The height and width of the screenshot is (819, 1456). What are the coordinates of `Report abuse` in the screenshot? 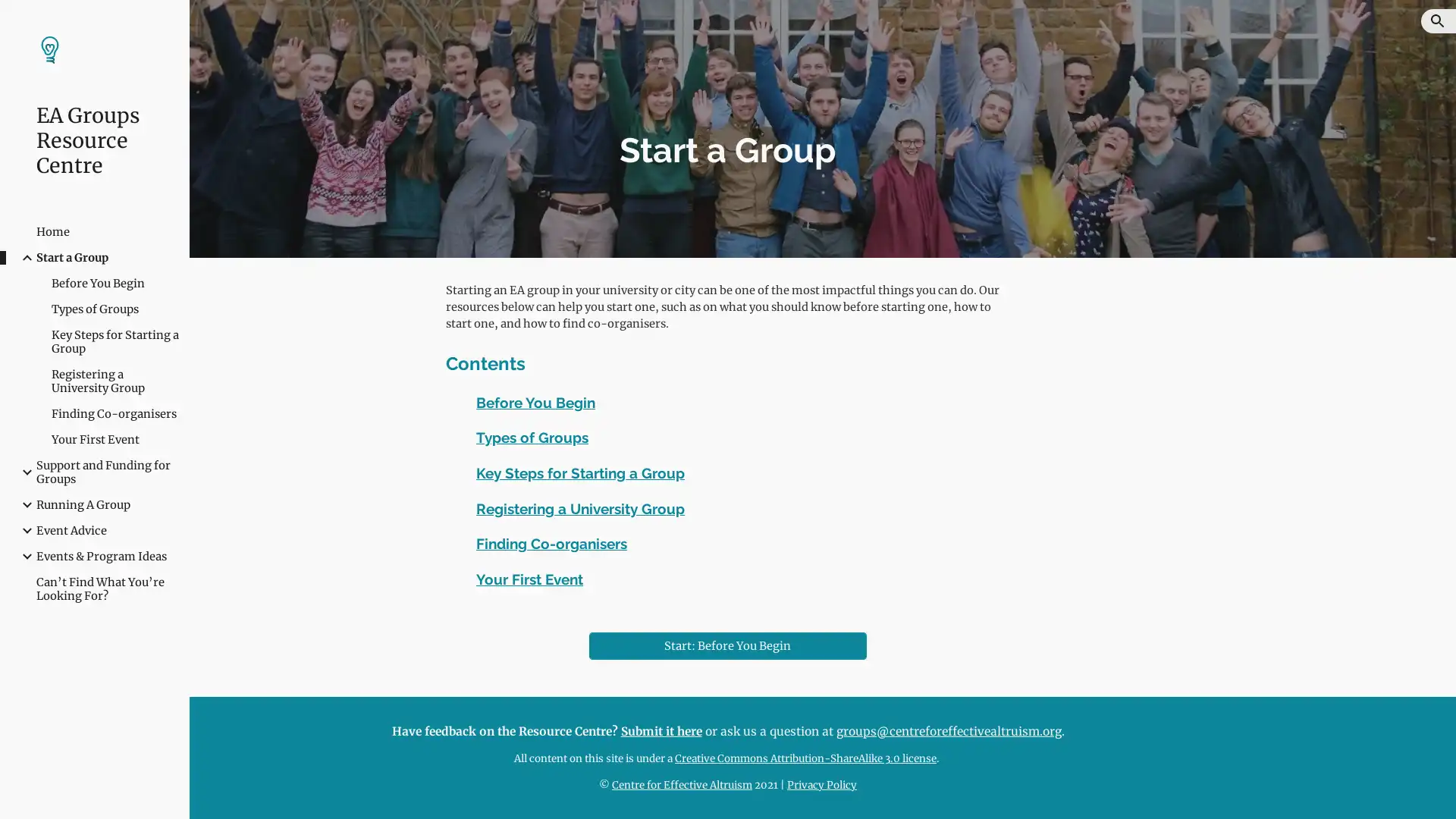 It's located at (308, 792).